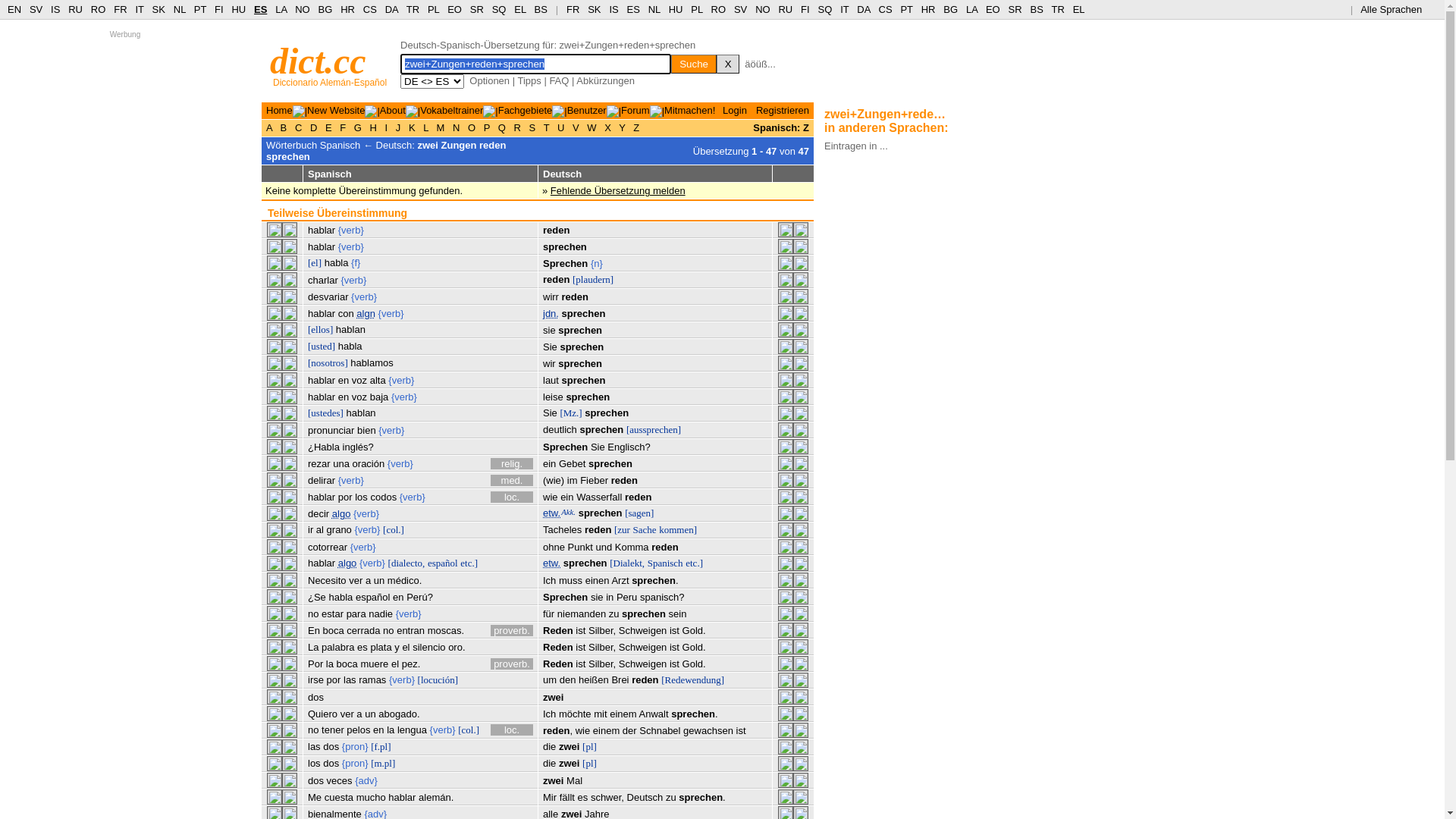 Image resolution: width=1456 pixels, height=819 pixels. I want to click on 'T', so click(546, 127).